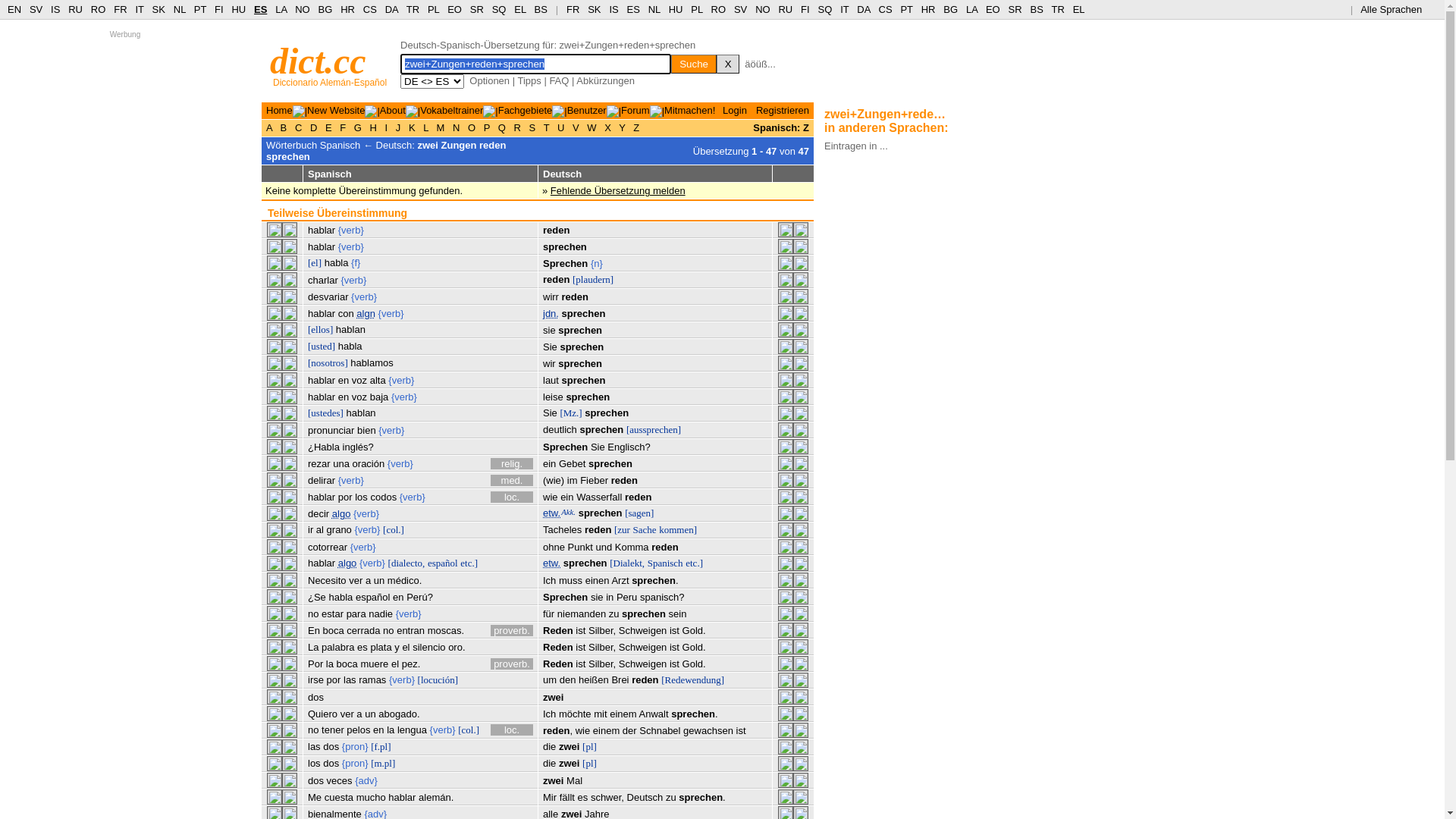 Image resolution: width=1456 pixels, height=819 pixels. I want to click on 'T', so click(546, 127).